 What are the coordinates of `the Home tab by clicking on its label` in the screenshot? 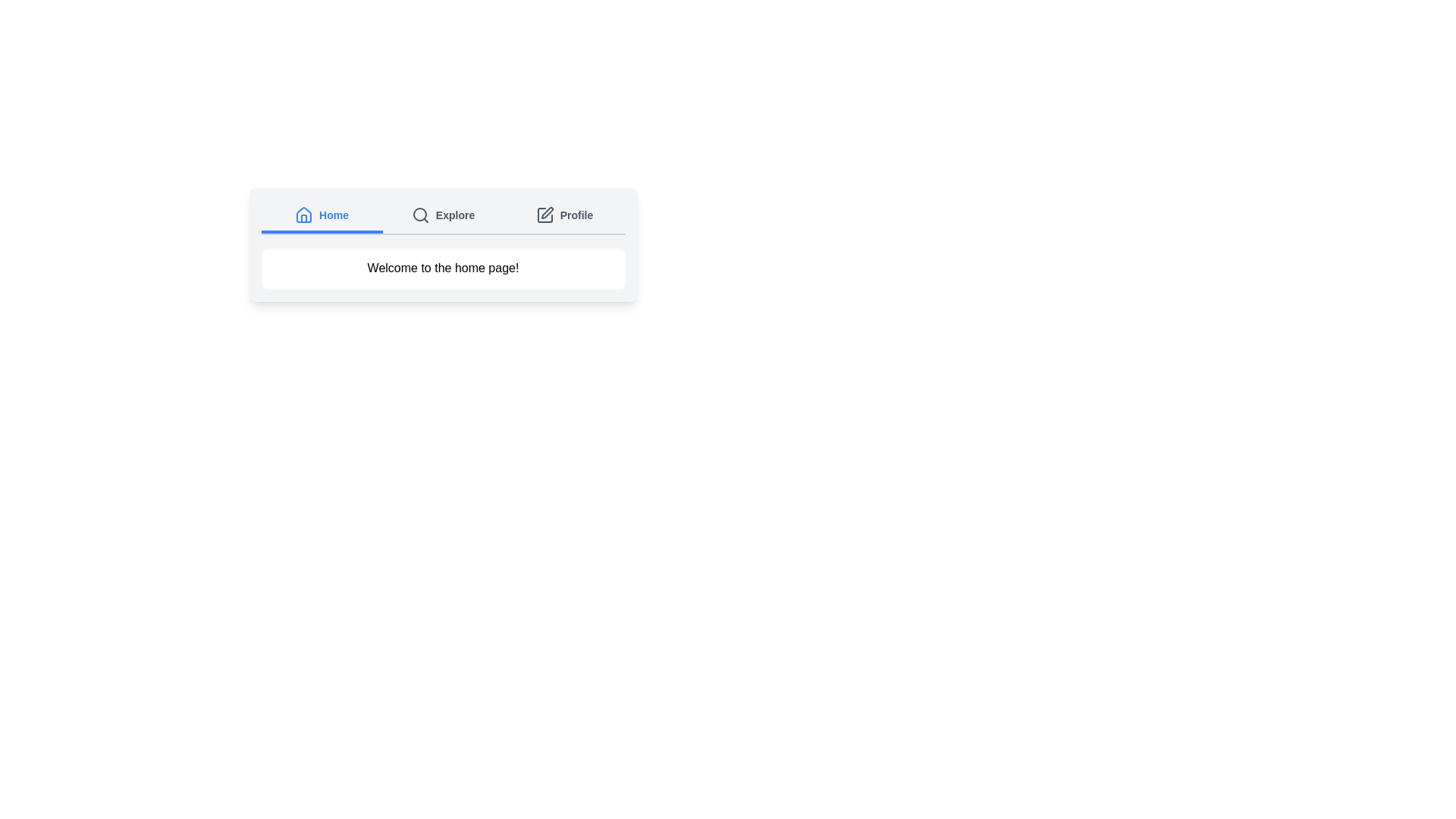 It's located at (321, 216).